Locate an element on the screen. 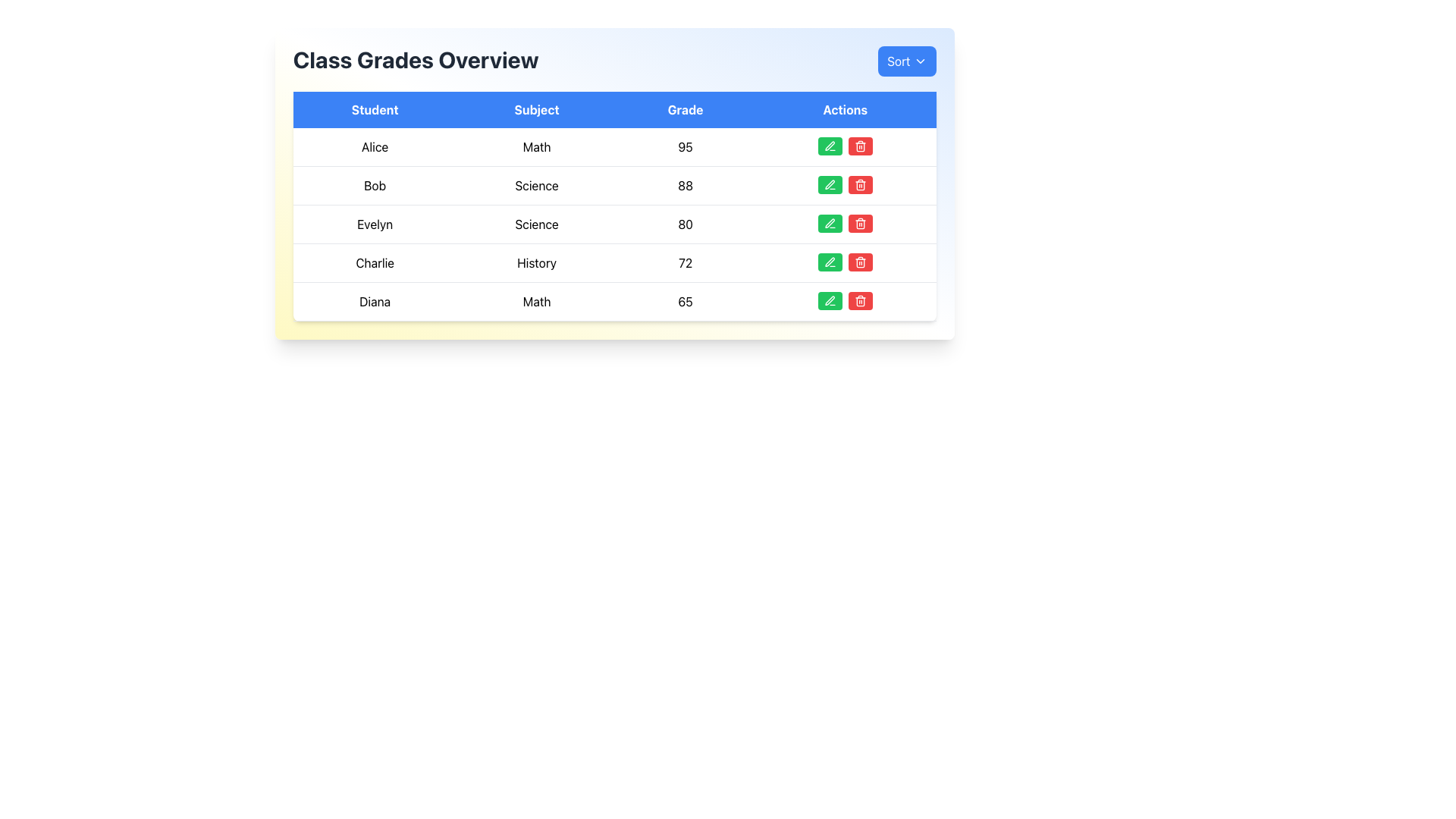 The image size is (1456, 819). the static text label 'Evelyn', which is located in the second row under the 'Student' column of the table in the 'Class Grades Overview' is located at coordinates (375, 224).